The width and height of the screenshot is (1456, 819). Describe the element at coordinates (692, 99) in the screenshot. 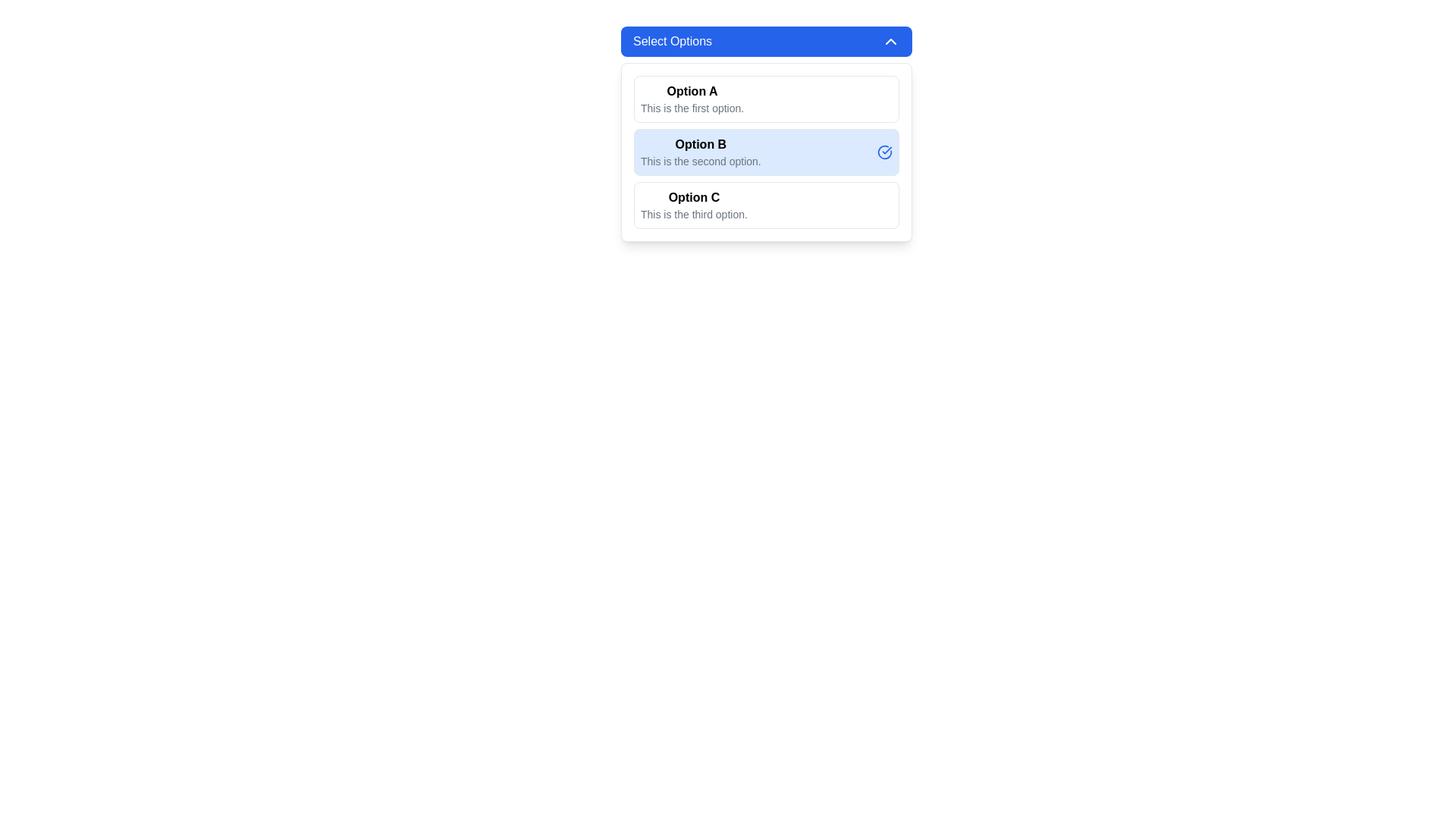

I see `the first text label in the selectable list under 'Select Options', which presents the title and description for user context` at that location.